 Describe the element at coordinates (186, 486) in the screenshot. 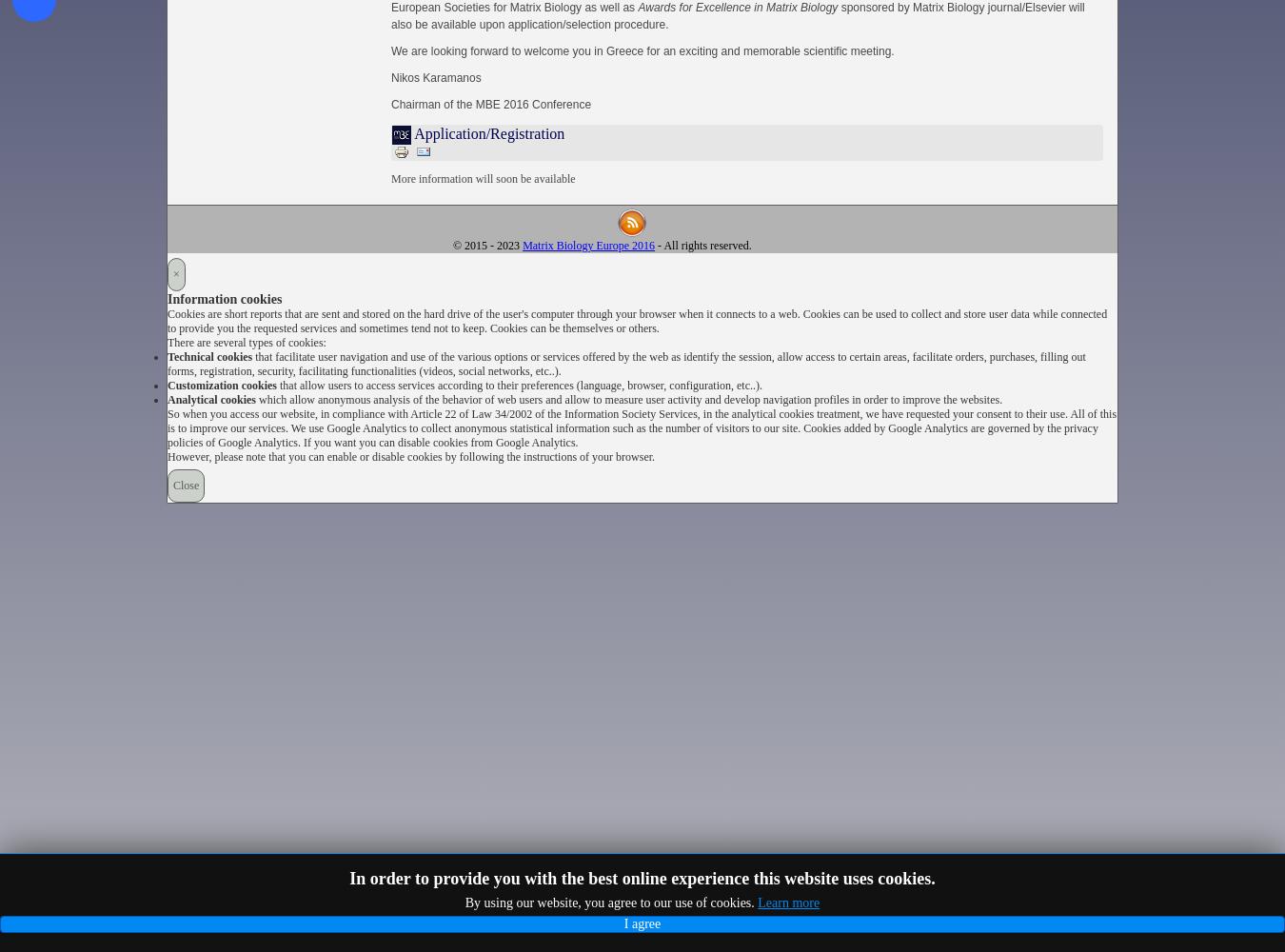

I see `'Close'` at that location.